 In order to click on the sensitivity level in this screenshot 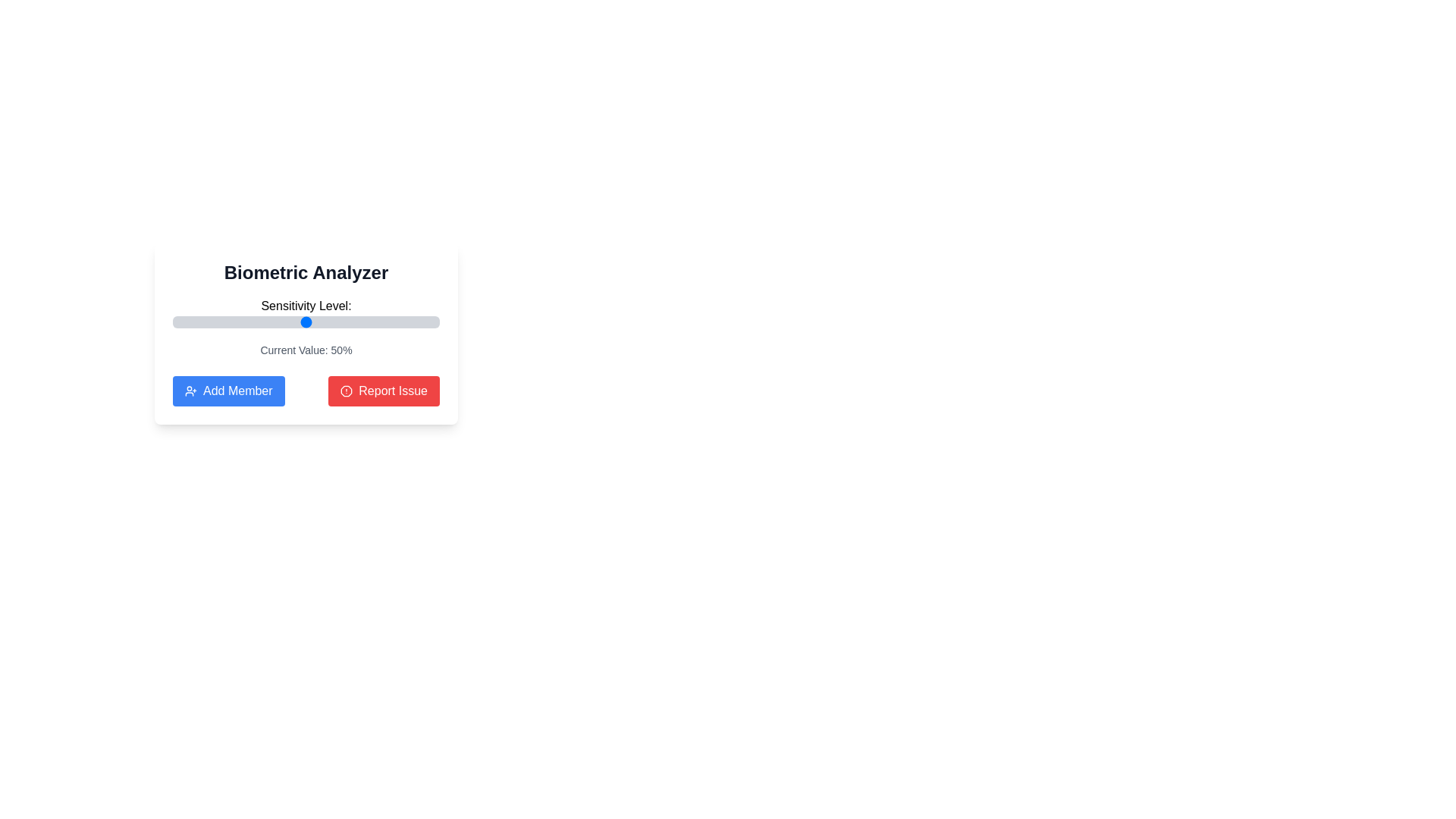, I will do `click(196, 321)`.